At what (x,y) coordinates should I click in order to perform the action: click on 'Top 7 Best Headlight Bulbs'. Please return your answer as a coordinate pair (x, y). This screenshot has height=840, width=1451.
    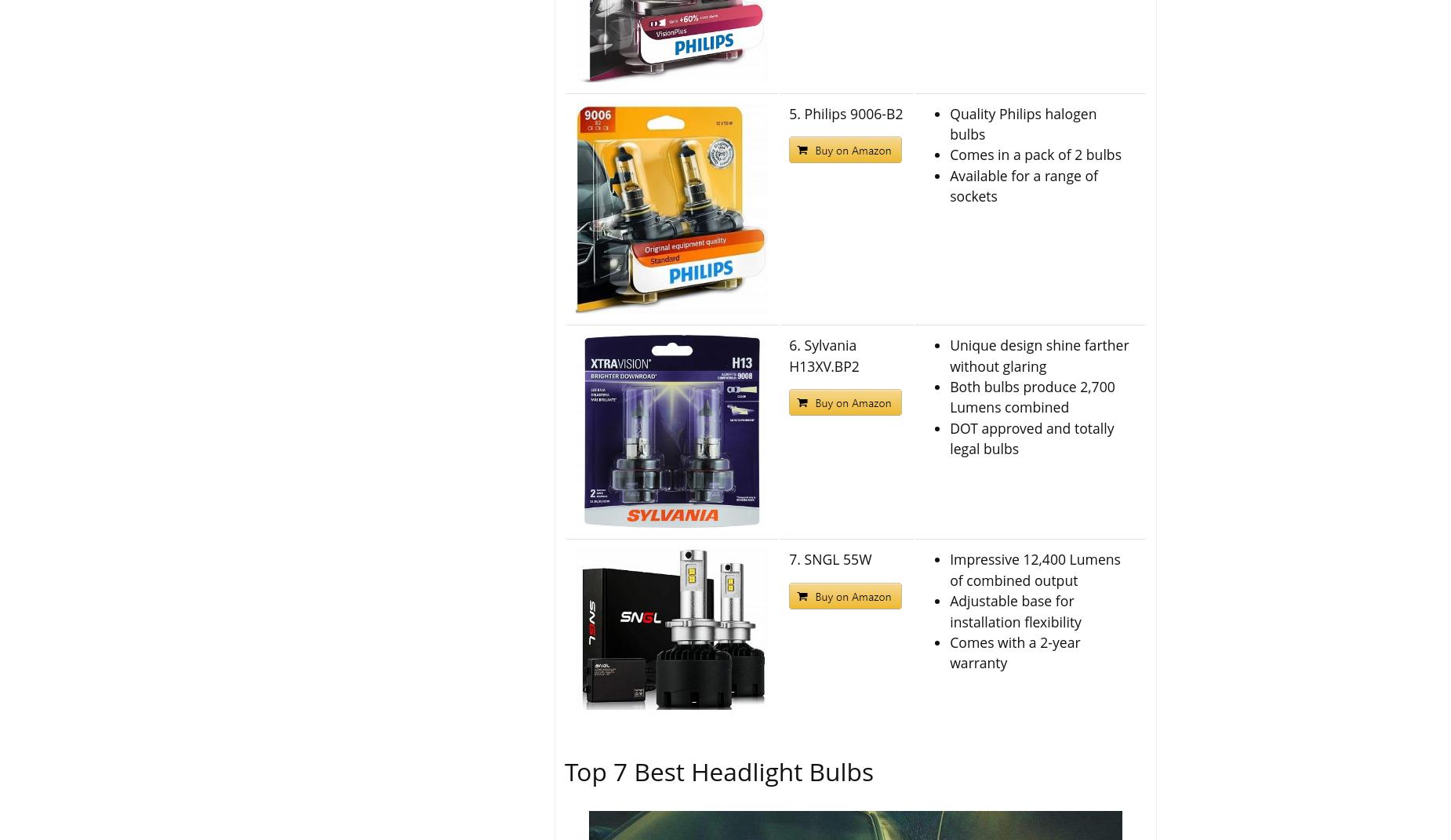
    Looking at the image, I should click on (719, 769).